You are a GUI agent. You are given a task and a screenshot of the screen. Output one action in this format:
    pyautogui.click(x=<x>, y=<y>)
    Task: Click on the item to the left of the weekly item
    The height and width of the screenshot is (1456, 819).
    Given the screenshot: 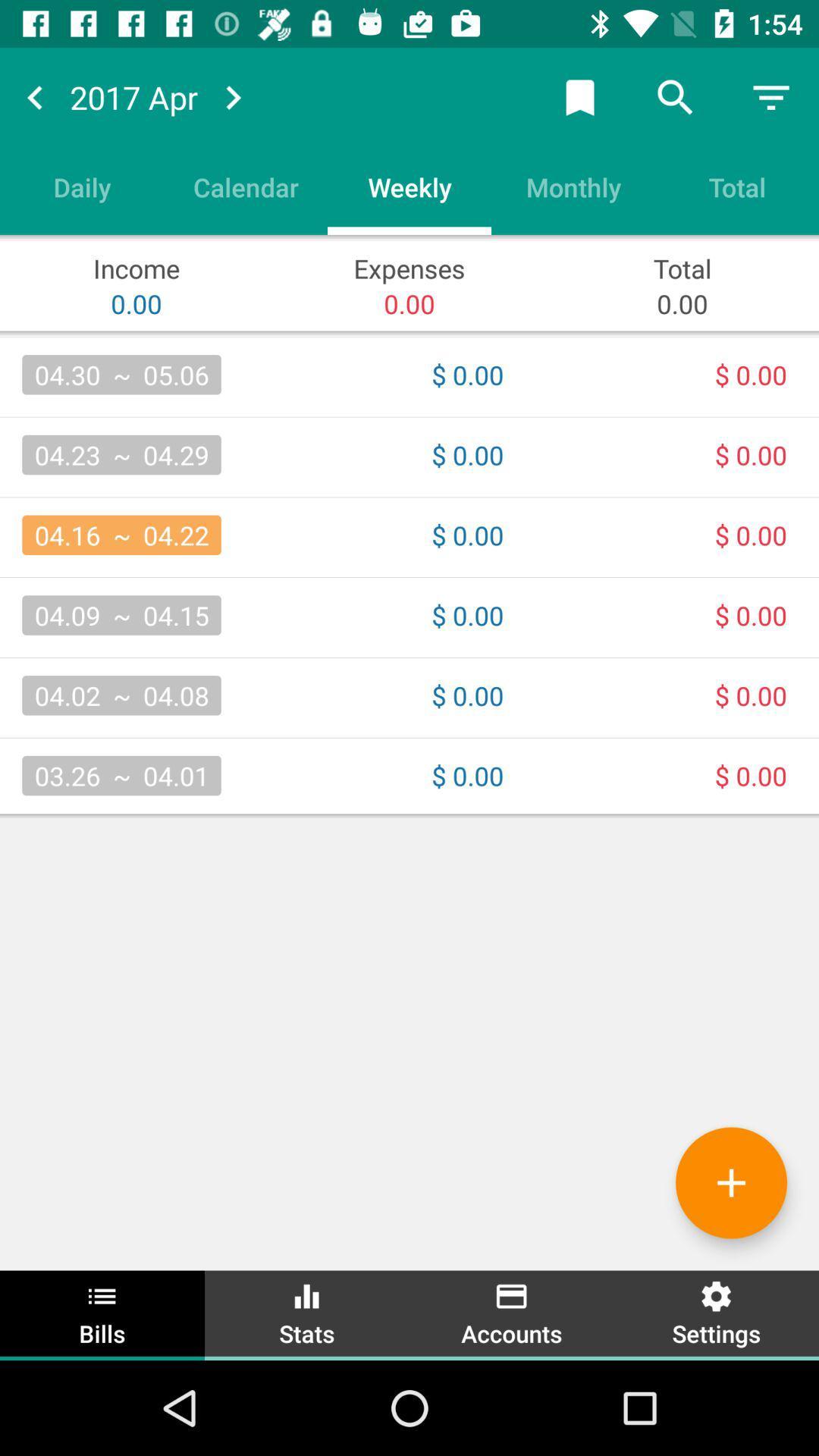 What is the action you would take?
    pyautogui.click(x=245, y=186)
    